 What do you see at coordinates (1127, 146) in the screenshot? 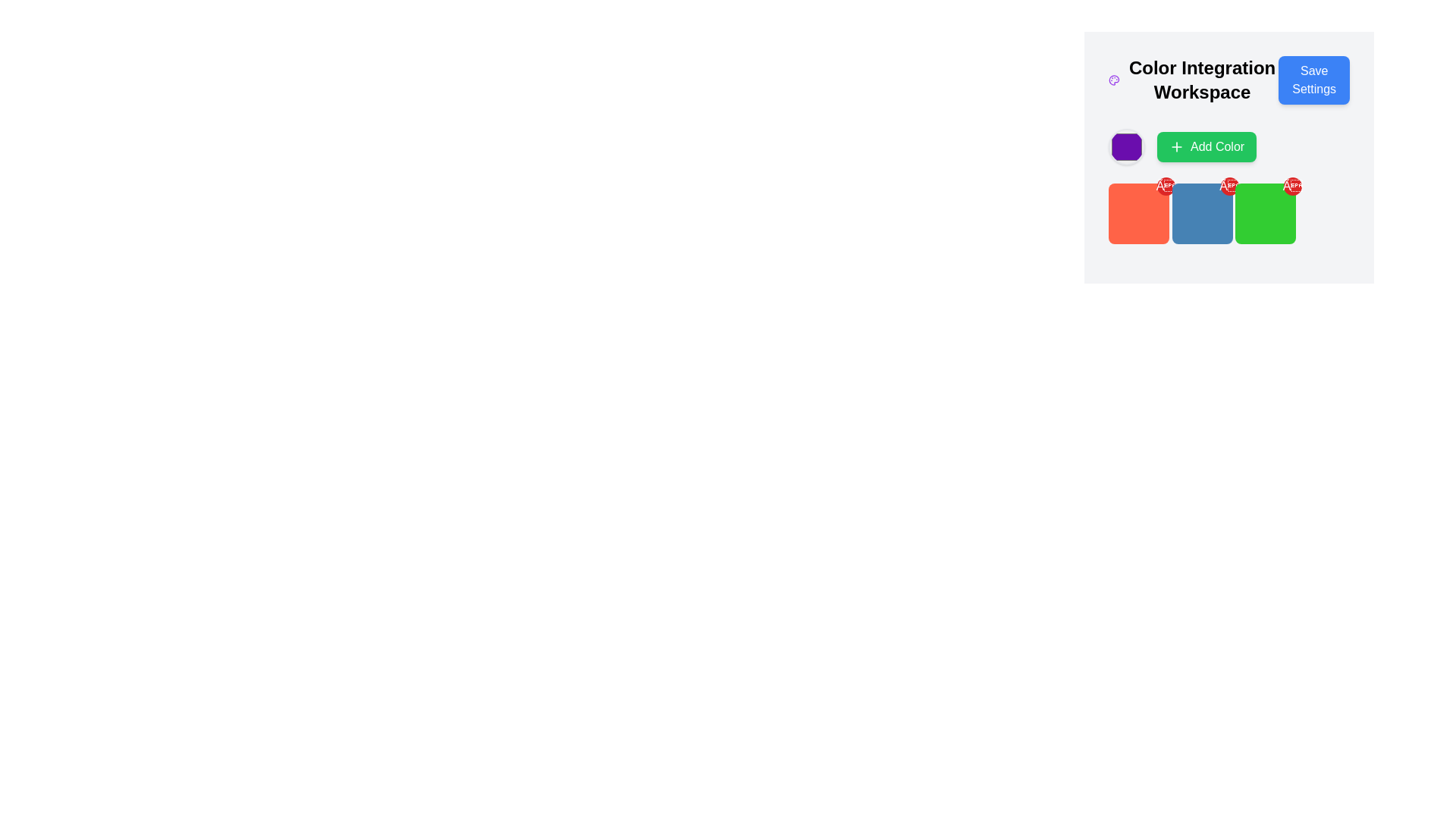
I see `the circular Color selection button filled with purple color (#6a0dad) located to the left of the 'Add Color' button` at bounding box center [1127, 146].